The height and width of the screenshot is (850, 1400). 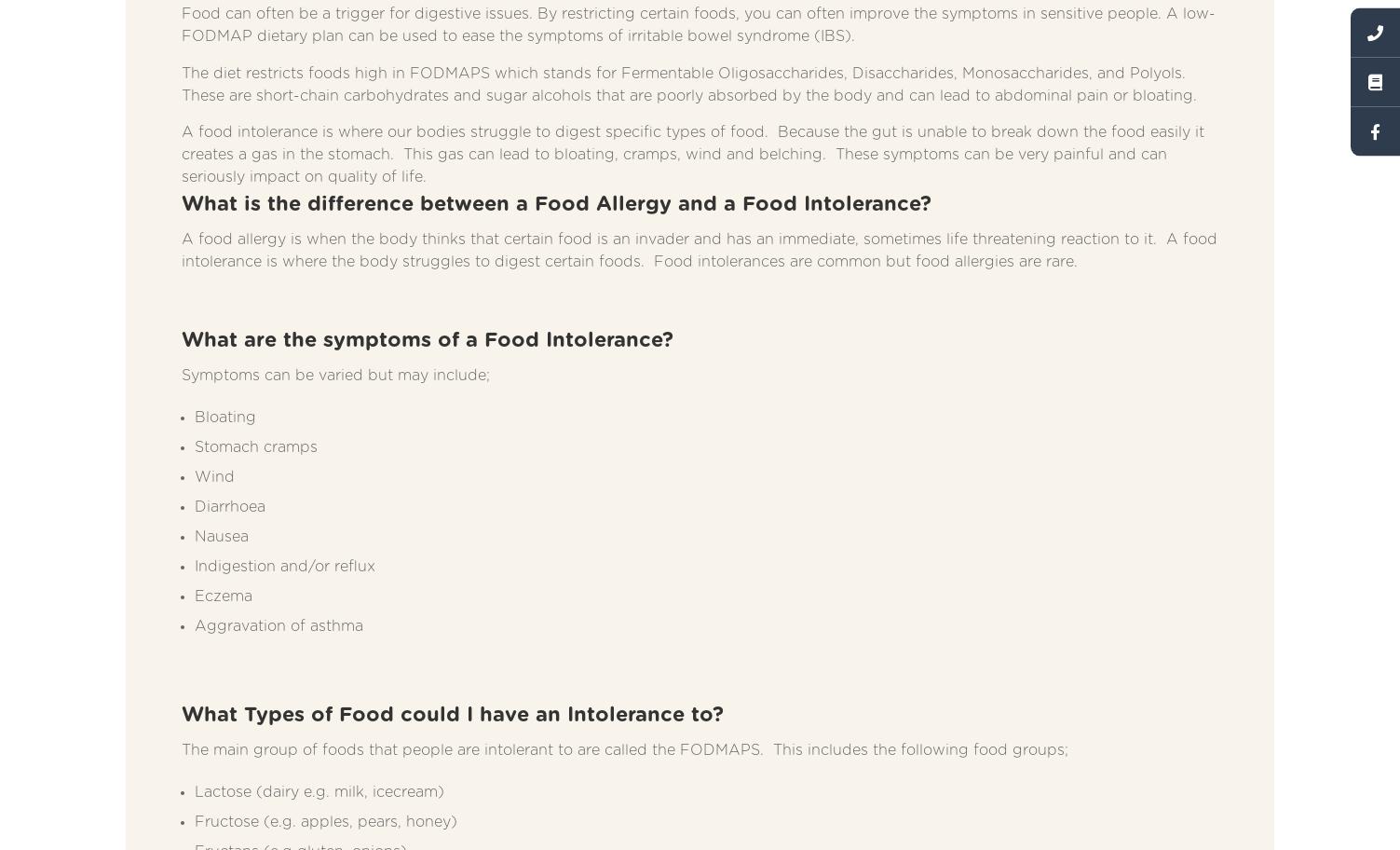 I want to click on 'What is the difference between a Food Allergy and a Food Intolerance?', so click(x=181, y=201).